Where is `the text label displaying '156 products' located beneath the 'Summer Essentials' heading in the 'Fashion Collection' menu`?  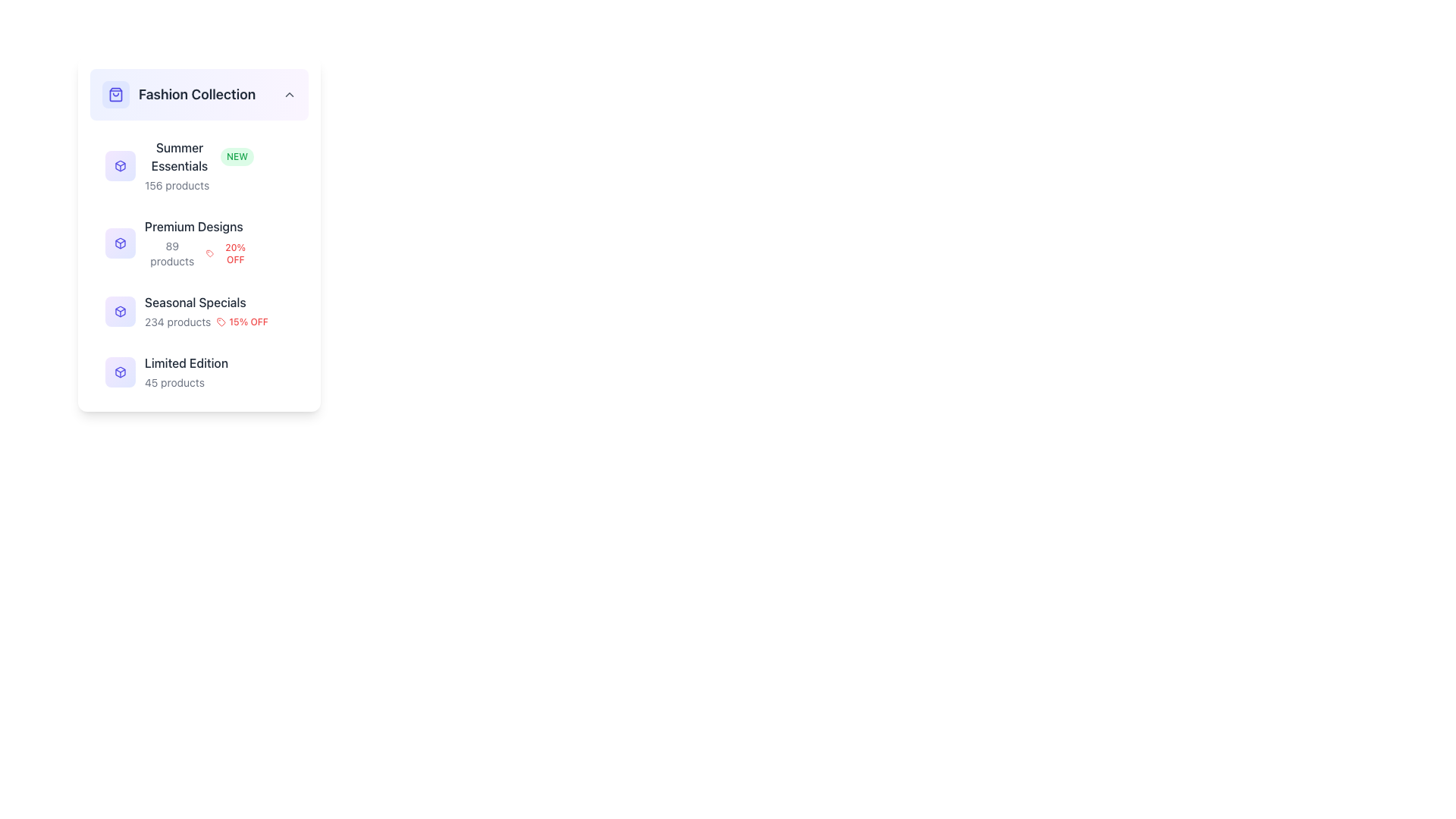
the text label displaying '156 products' located beneath the 'Summer Essentials' heading in the 'Fashion Collection' menu is located at coordinates (177, 185).